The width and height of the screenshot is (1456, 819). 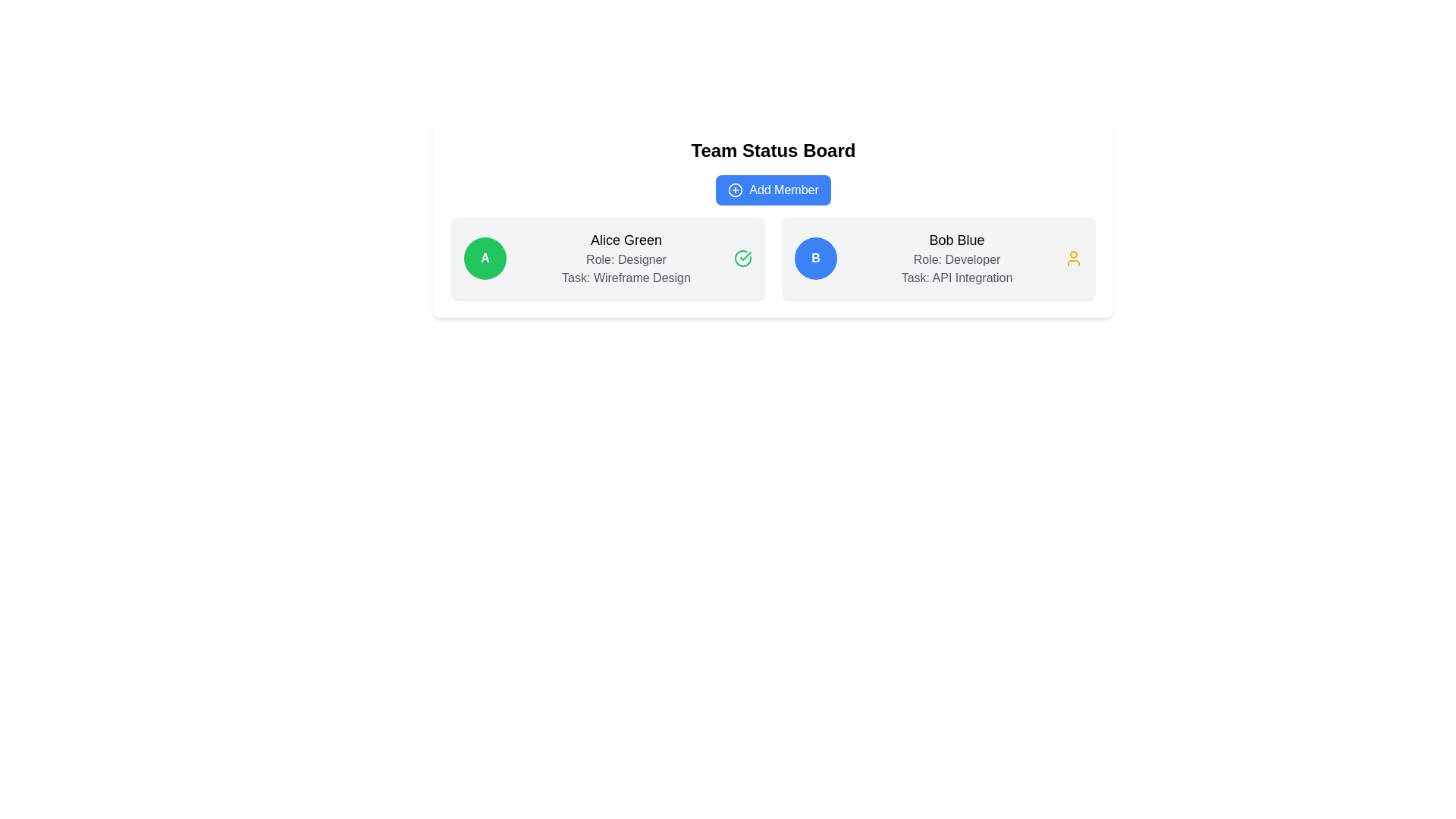 What do you see at coordinates (938, 257) in the screenshot?
I see `the Profile card displaying information about a team member, located on the right-hand side of the 'Team Status Board', which is the second card` at bounding box center [938, 257].